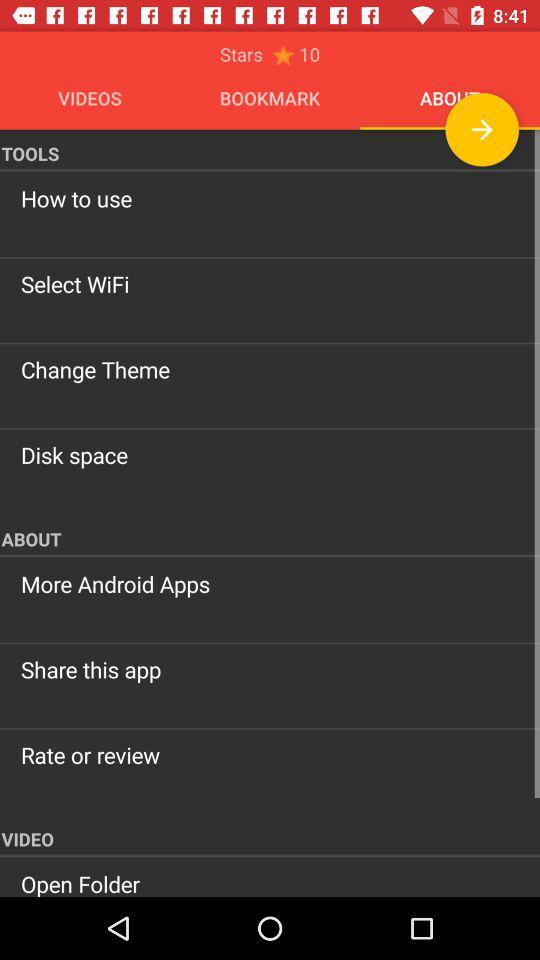 The height and width of the screenshot is (960, 540). I want to click on the how to use, so click(270, 198).